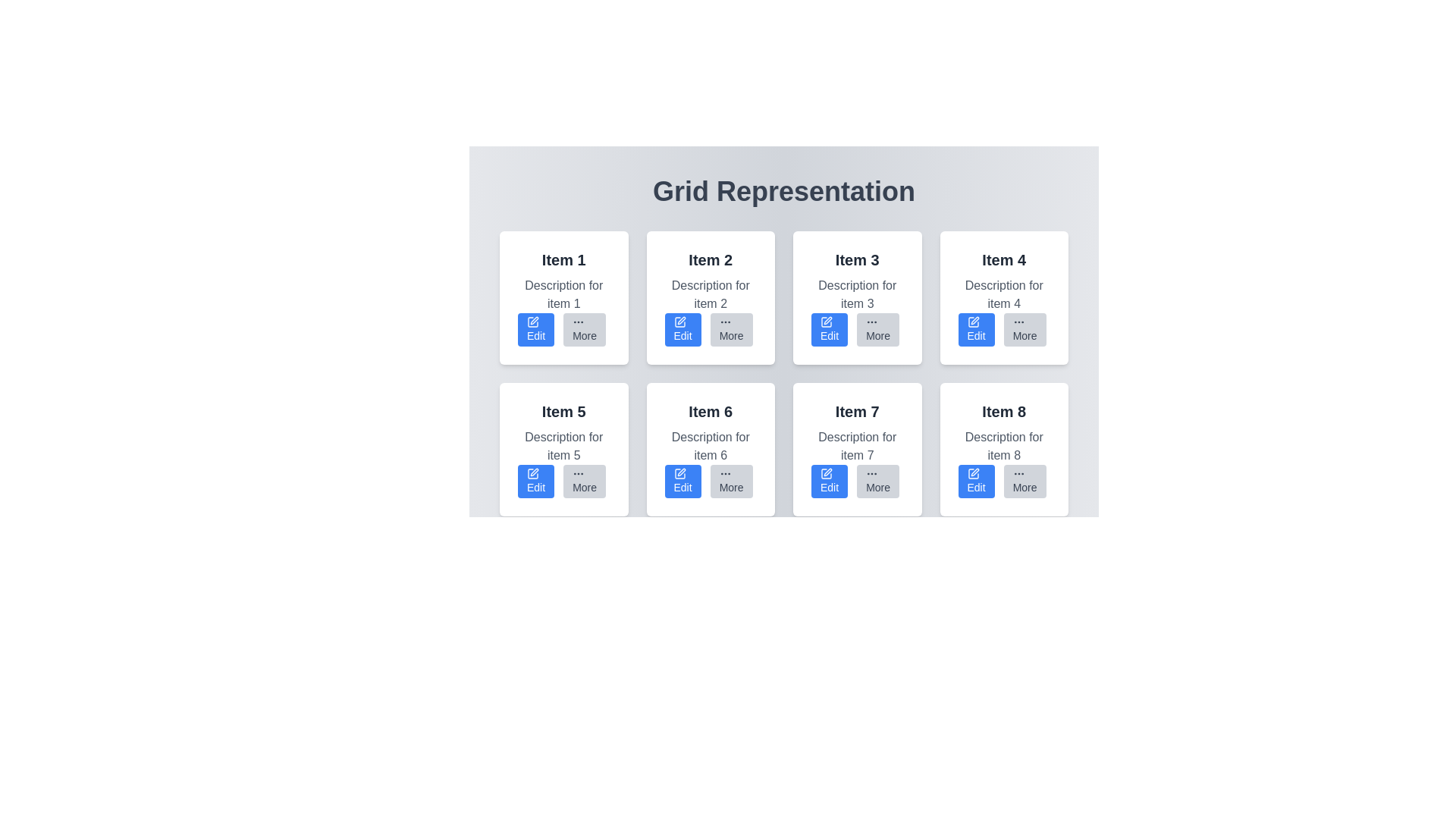 The width and height of the screenshot is (1456, 819). What do you see at coordinates (563, 259) in the screenshot?
I see `the Text label that serves as the title or heading for the first card in the grid layout, located at the top-left corner of the card` at bounding box center [563, 259].